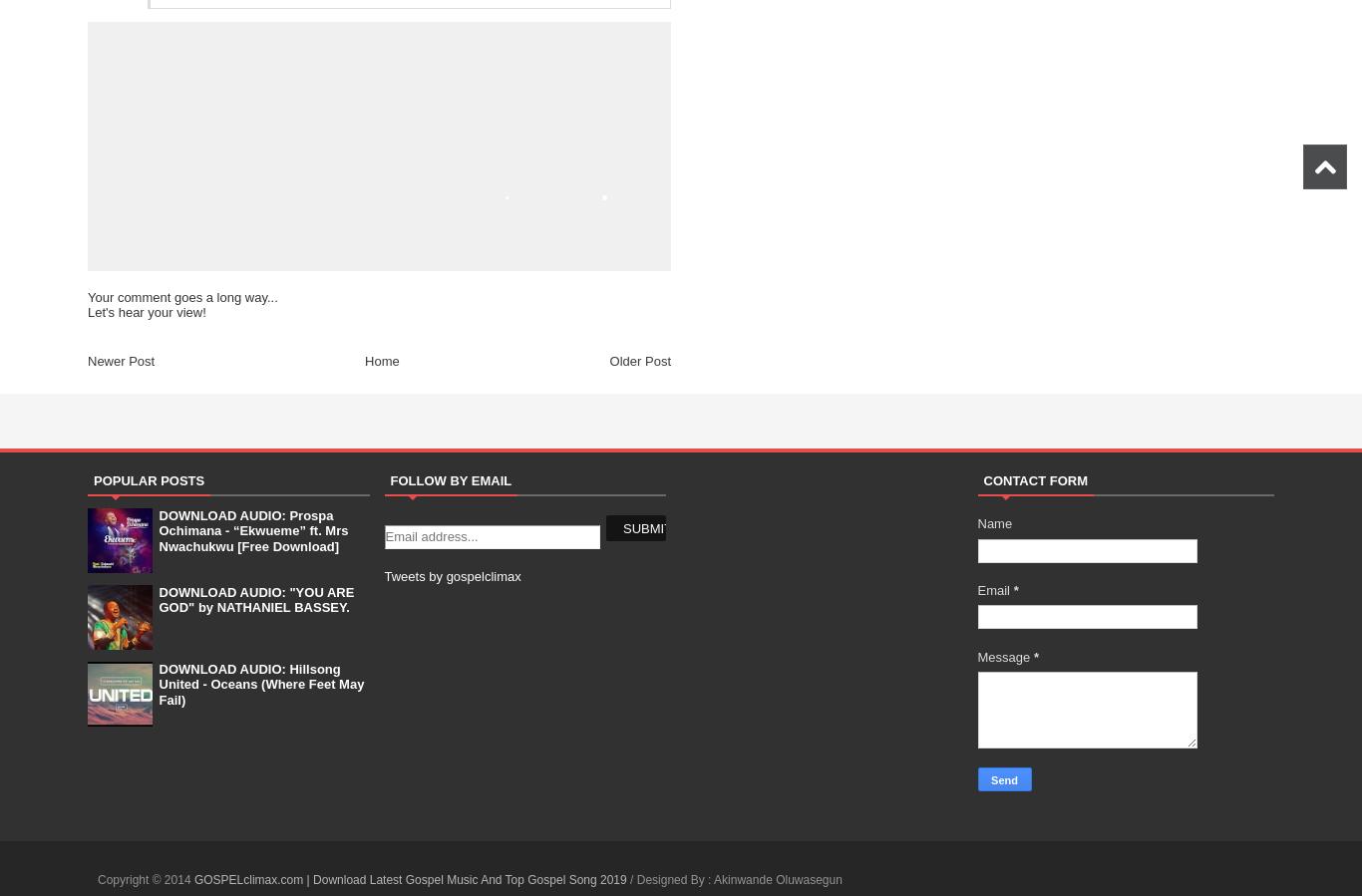 The width and height of the screenshot is (1362, 896). I want to click on 'Let's hear your view!', so click(145, 311).